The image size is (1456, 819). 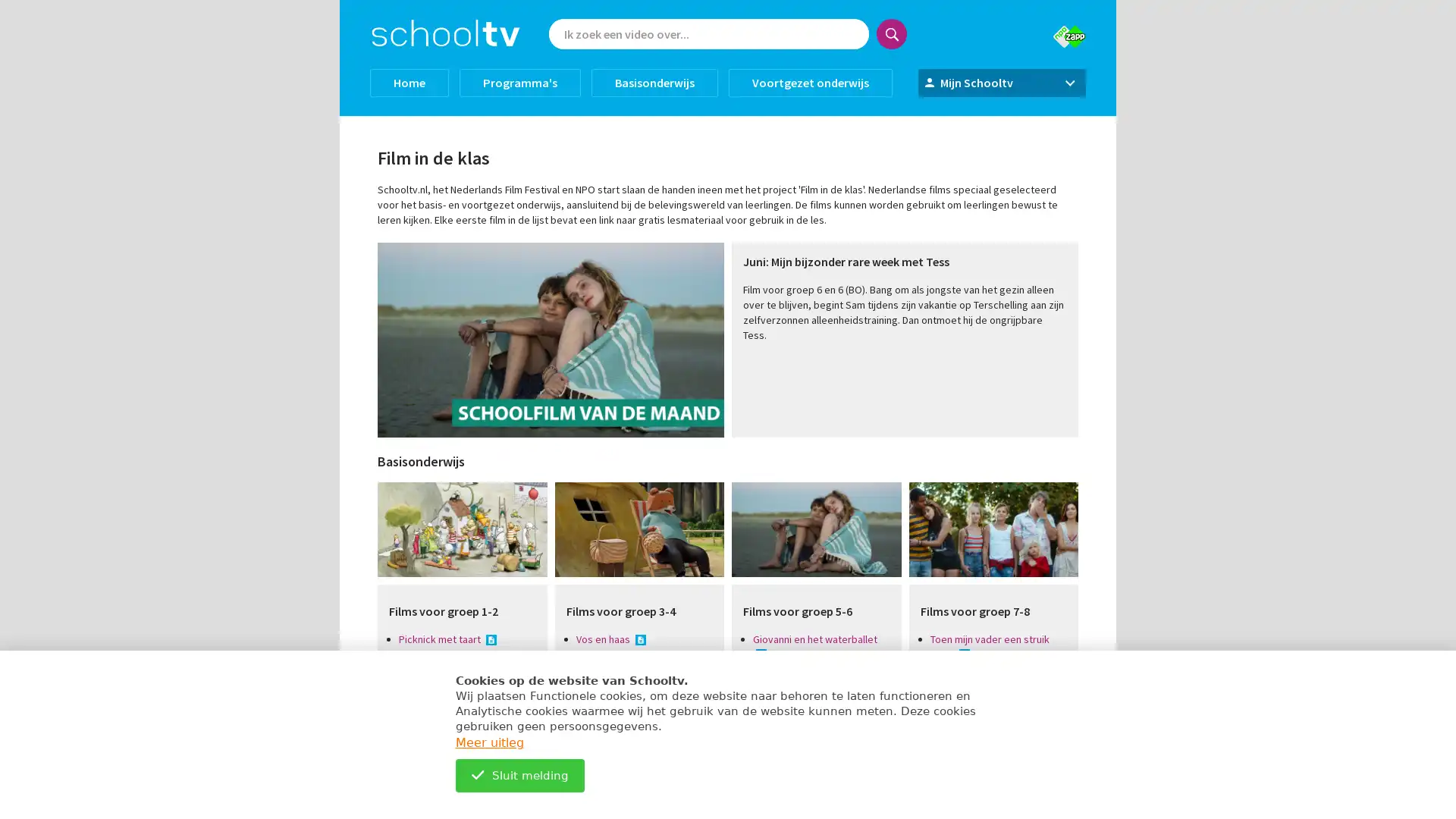 I want to click on Ja, so click(x=763, y=224).